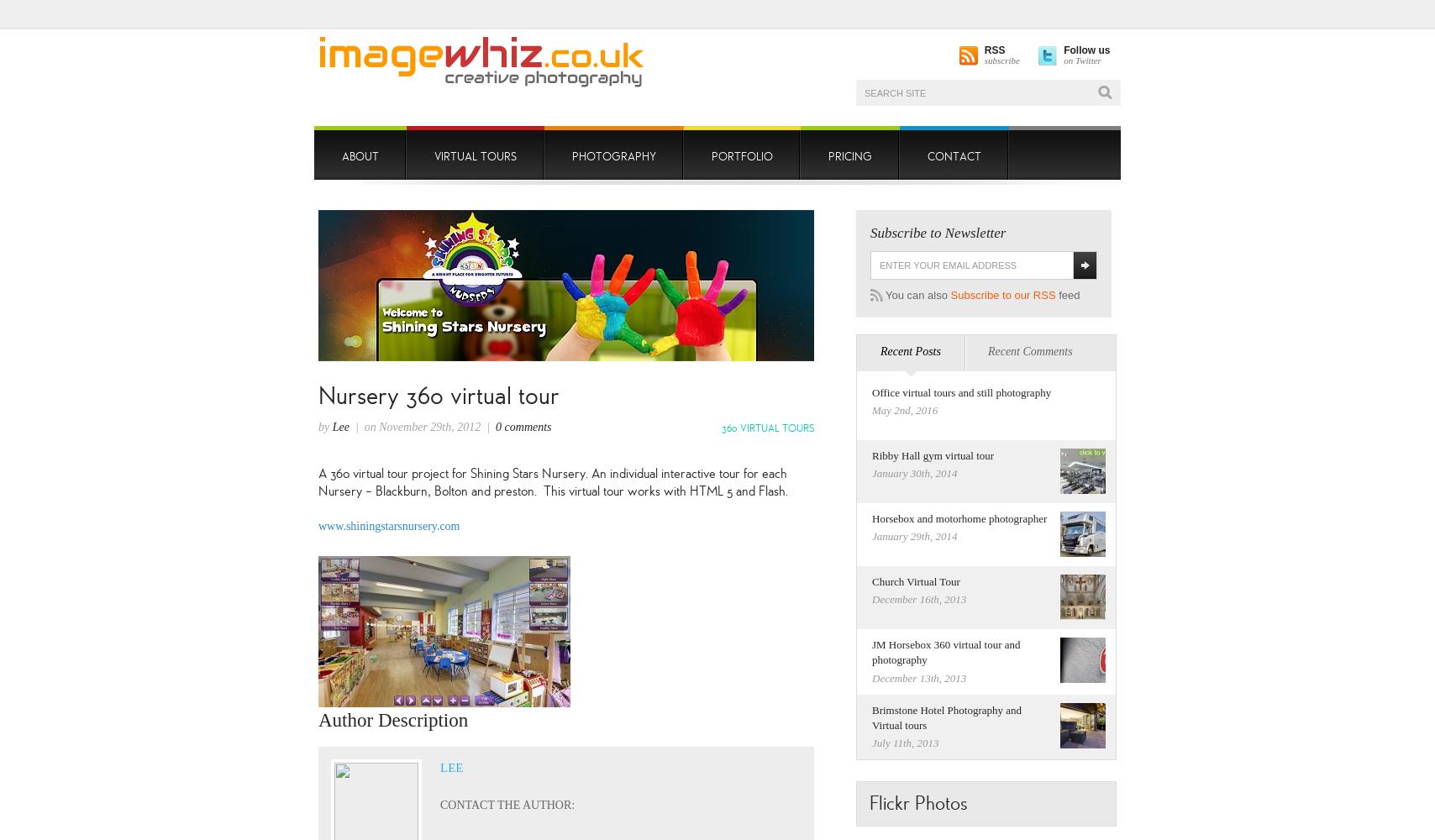  What do you see at coordinates (360, 156) in the screenshot?
I see `'About'` at bounding box center [360, 156].